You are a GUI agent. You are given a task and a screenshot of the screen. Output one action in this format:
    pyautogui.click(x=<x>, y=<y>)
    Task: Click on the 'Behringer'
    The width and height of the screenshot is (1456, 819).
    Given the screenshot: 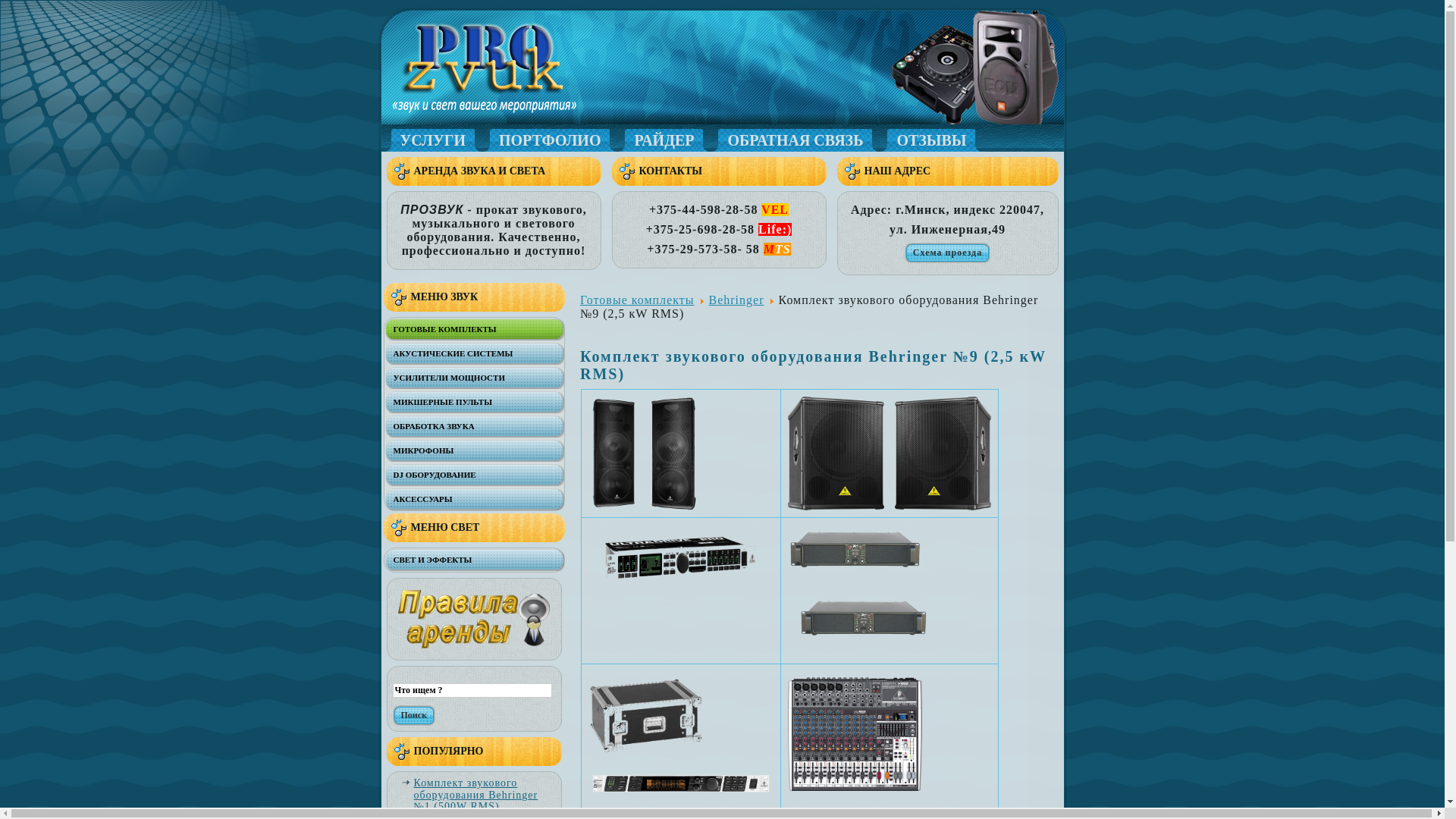 What is the action you would take?
    pyautogui.click(x=736, y=300)
    